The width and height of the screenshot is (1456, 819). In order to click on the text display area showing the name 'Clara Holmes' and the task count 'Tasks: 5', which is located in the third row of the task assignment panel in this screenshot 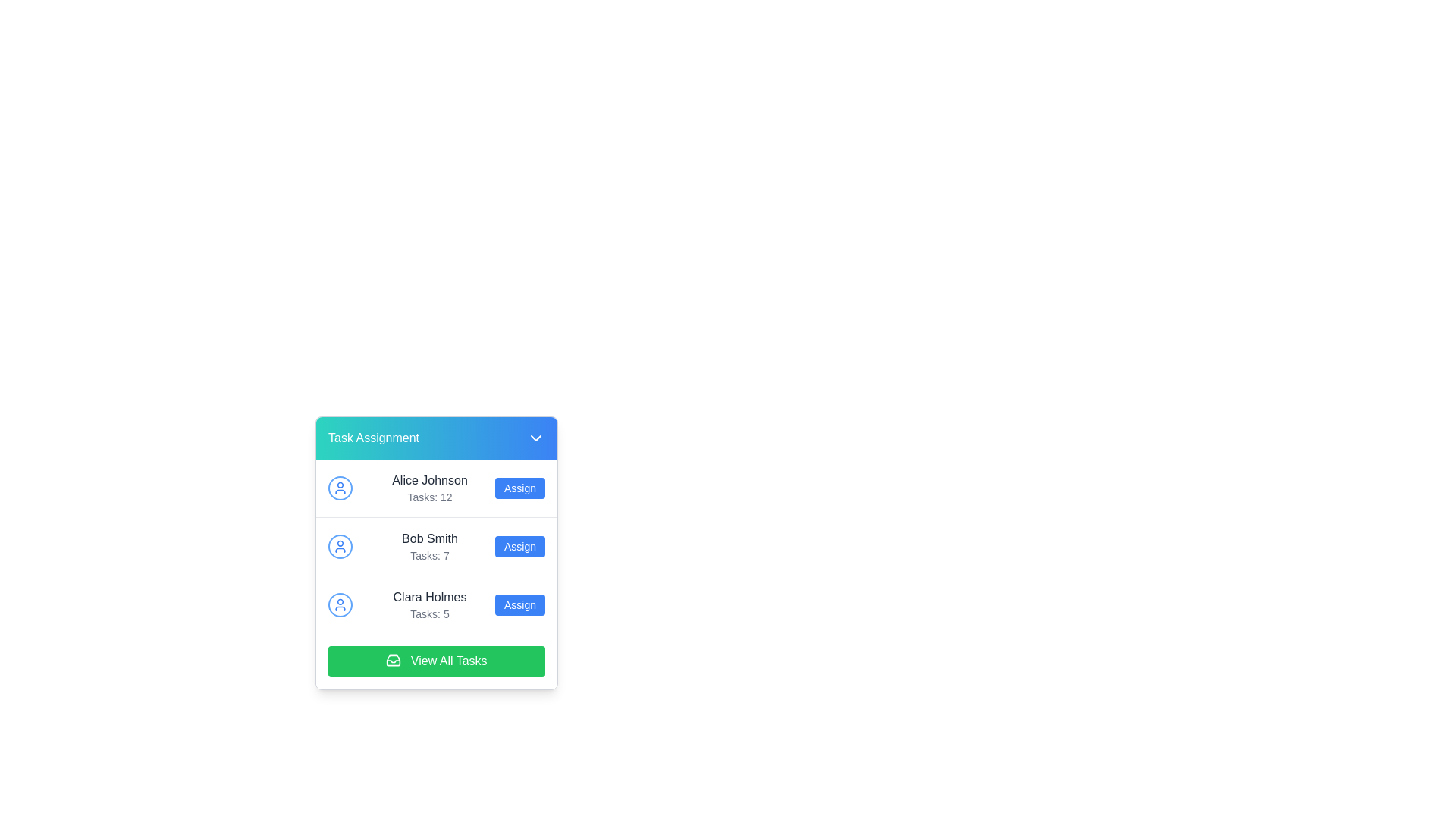, I will do `click(428, 604)`.